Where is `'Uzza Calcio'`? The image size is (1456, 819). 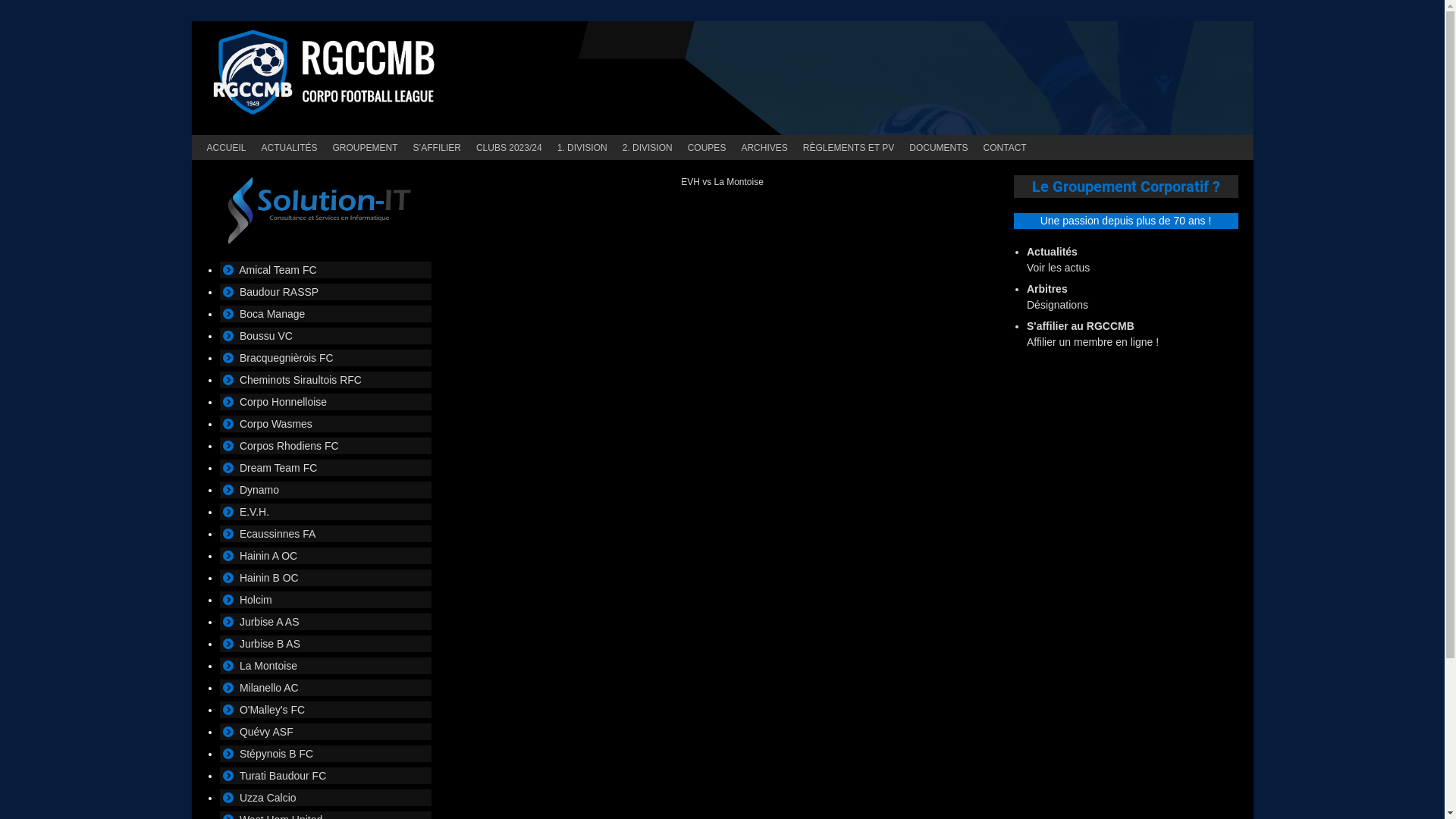 'Uzza Calcio' is located at coordinates (268, 797).